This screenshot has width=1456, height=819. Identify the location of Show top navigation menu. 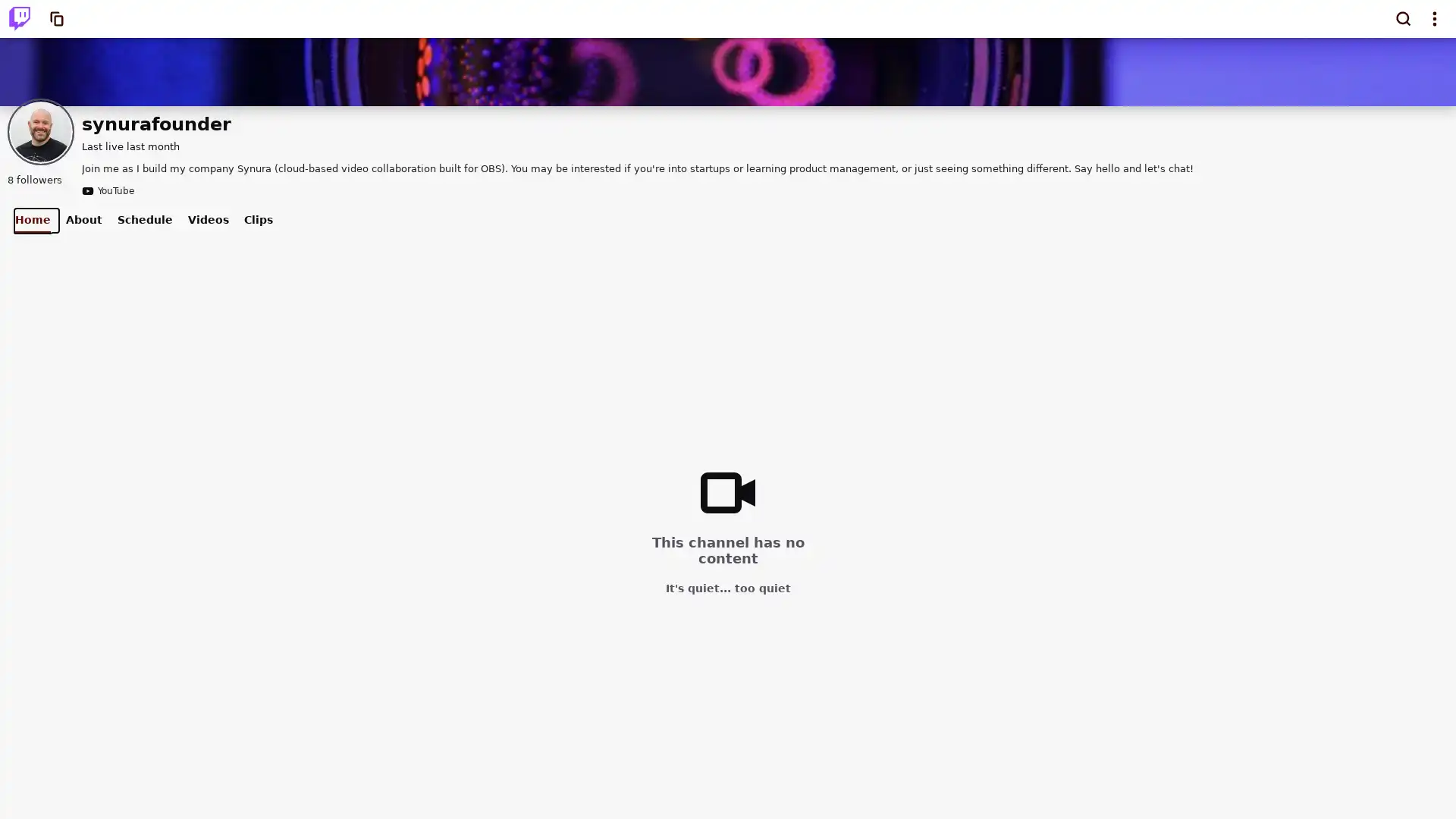
(1433, 18).